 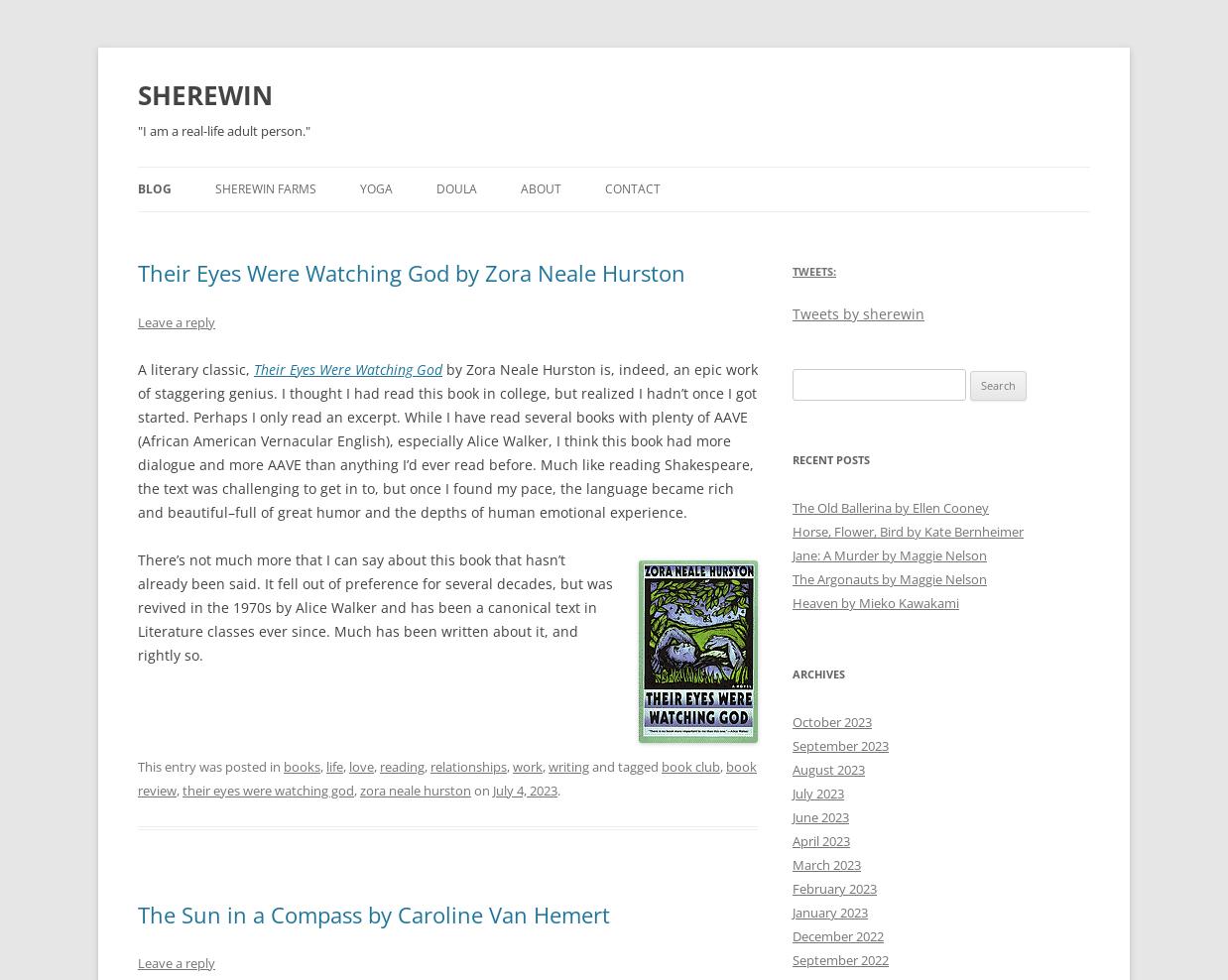 I want to click on 'by Zora Neale Hurston is, indeed, an epic work of staggering genius. I thought I had read this book in college, but realized I hadn’t once I got started. Perhaps I only read an excerpt. While I have read several books with plenty of AAVE (African American Vernacular English), especially Alice Walker, I think this book had more dialogue and more AAVE than anything I’d ever read before. Much like reading Shakespeare, the text was challenging to get in to, but once I found my pace, the language became rich and beautiful–full of great humor and the depths of human emotional experience.', so click(x=446, y=439).